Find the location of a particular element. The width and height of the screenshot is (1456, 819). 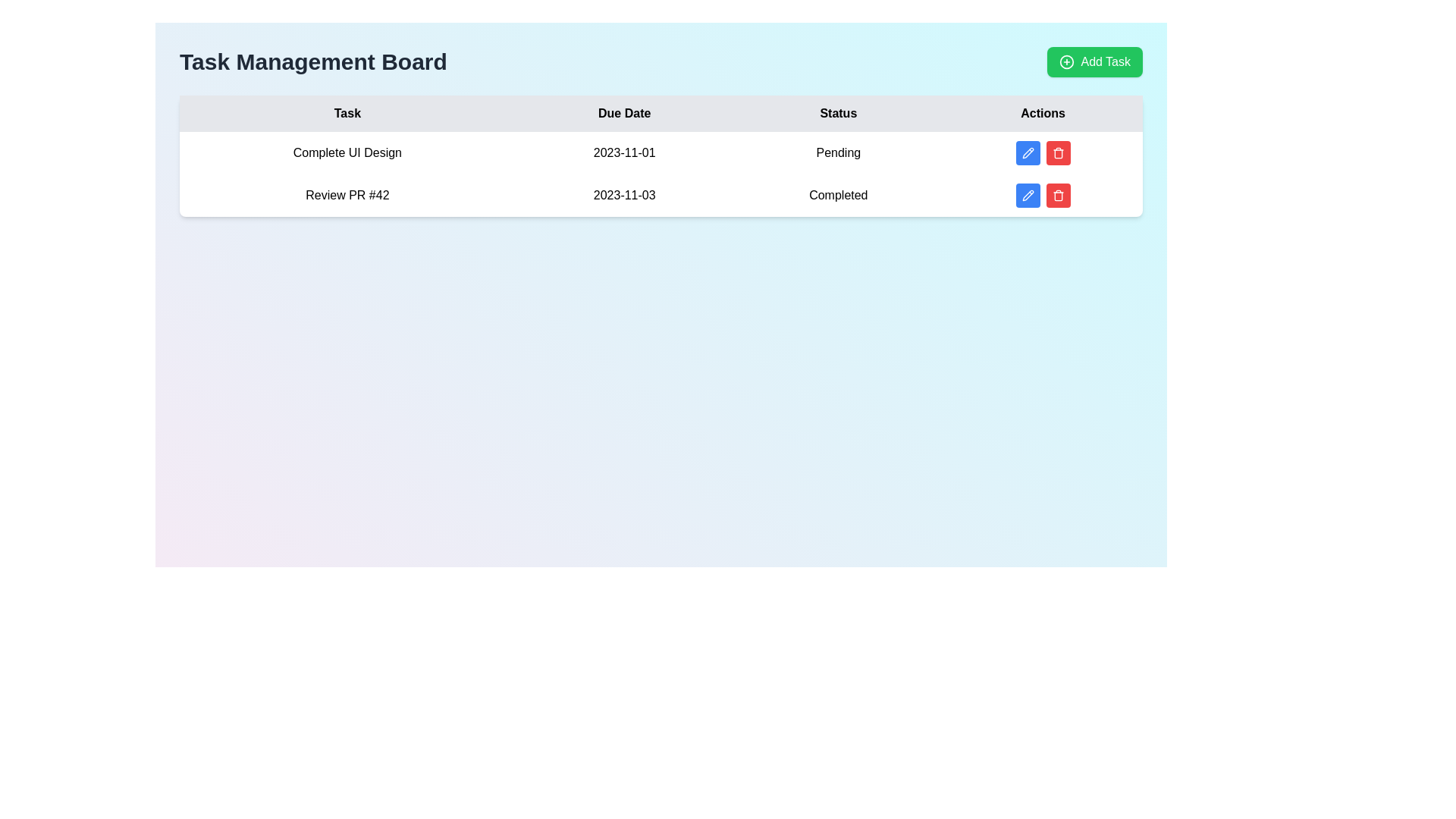

the text label displaying 'Pending' in the 'Status' column of the task entry for 'Complete UI Design' is located at coordinates (837, 152).